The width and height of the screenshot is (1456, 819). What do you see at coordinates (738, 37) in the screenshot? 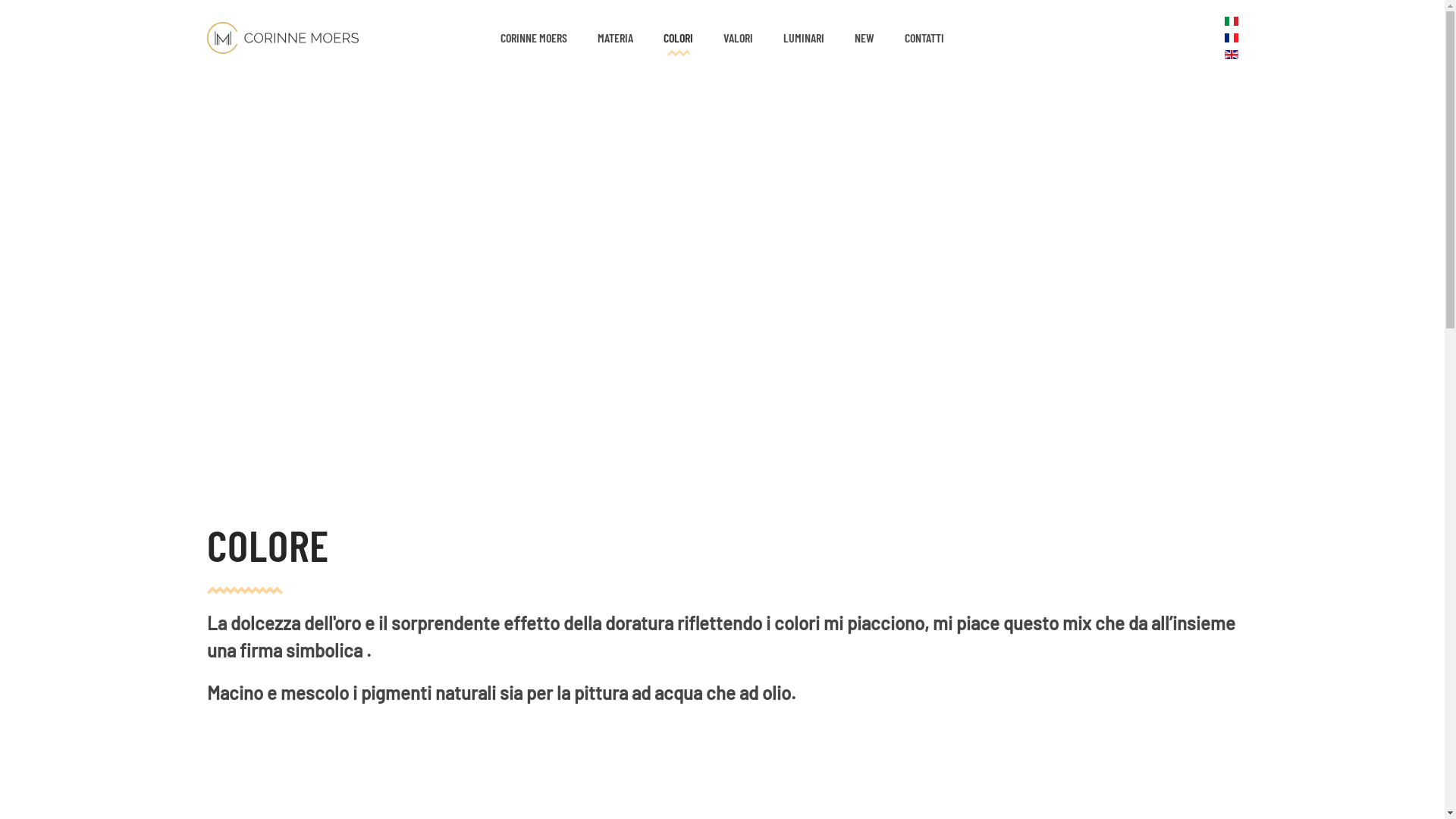
I see `'VALORI'` at bounding box center [738, 37].